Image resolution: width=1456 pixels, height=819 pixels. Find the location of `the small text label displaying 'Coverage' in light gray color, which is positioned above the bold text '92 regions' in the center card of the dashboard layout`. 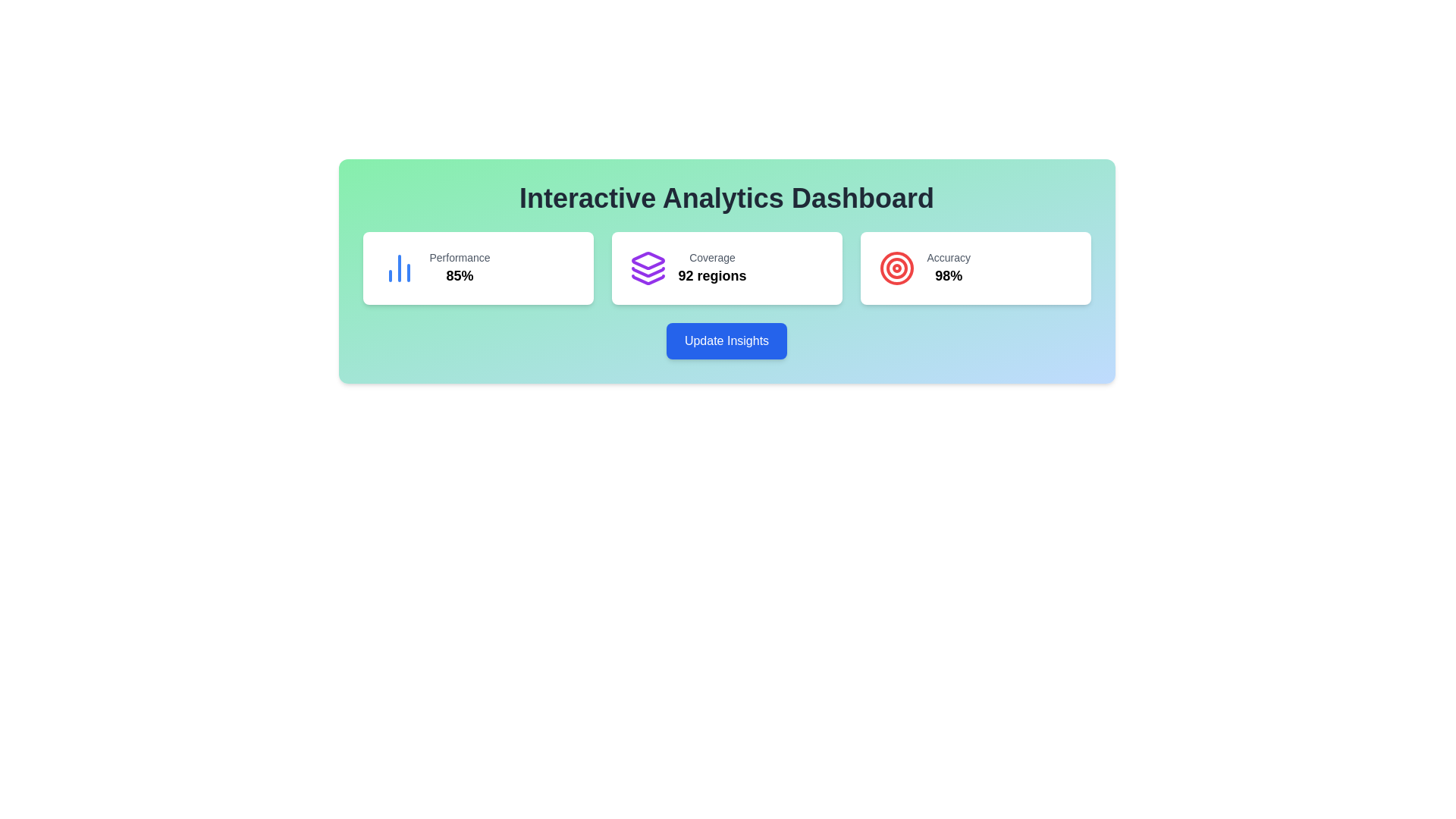

the small text label displaying 'Coverage' in light gray color, which is positioned above the bold text '92 regions' in the center card of the dashboard layout is located at coordinates (711, 256).